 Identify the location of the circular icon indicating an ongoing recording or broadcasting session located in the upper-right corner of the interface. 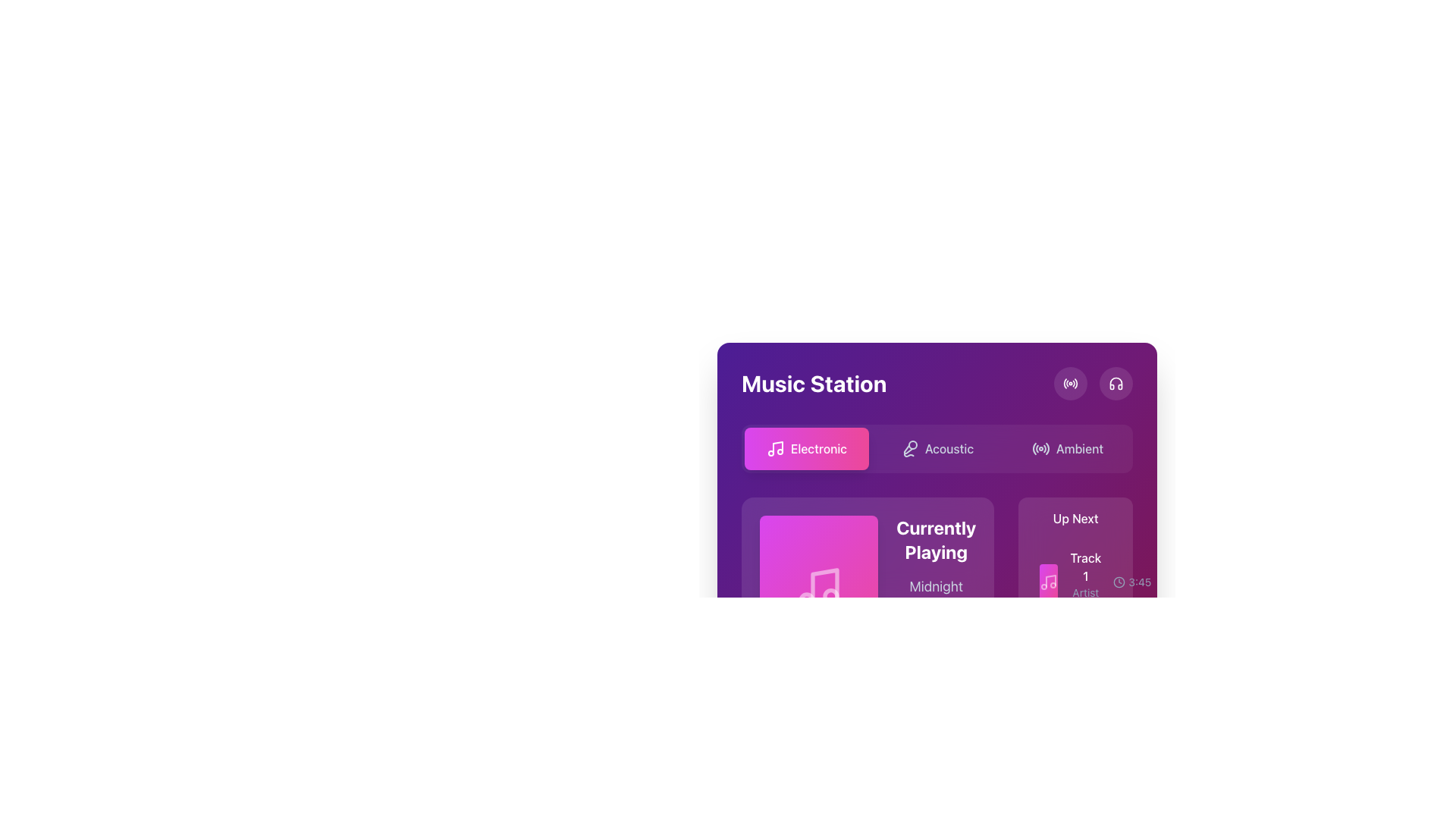
(1069, 382).